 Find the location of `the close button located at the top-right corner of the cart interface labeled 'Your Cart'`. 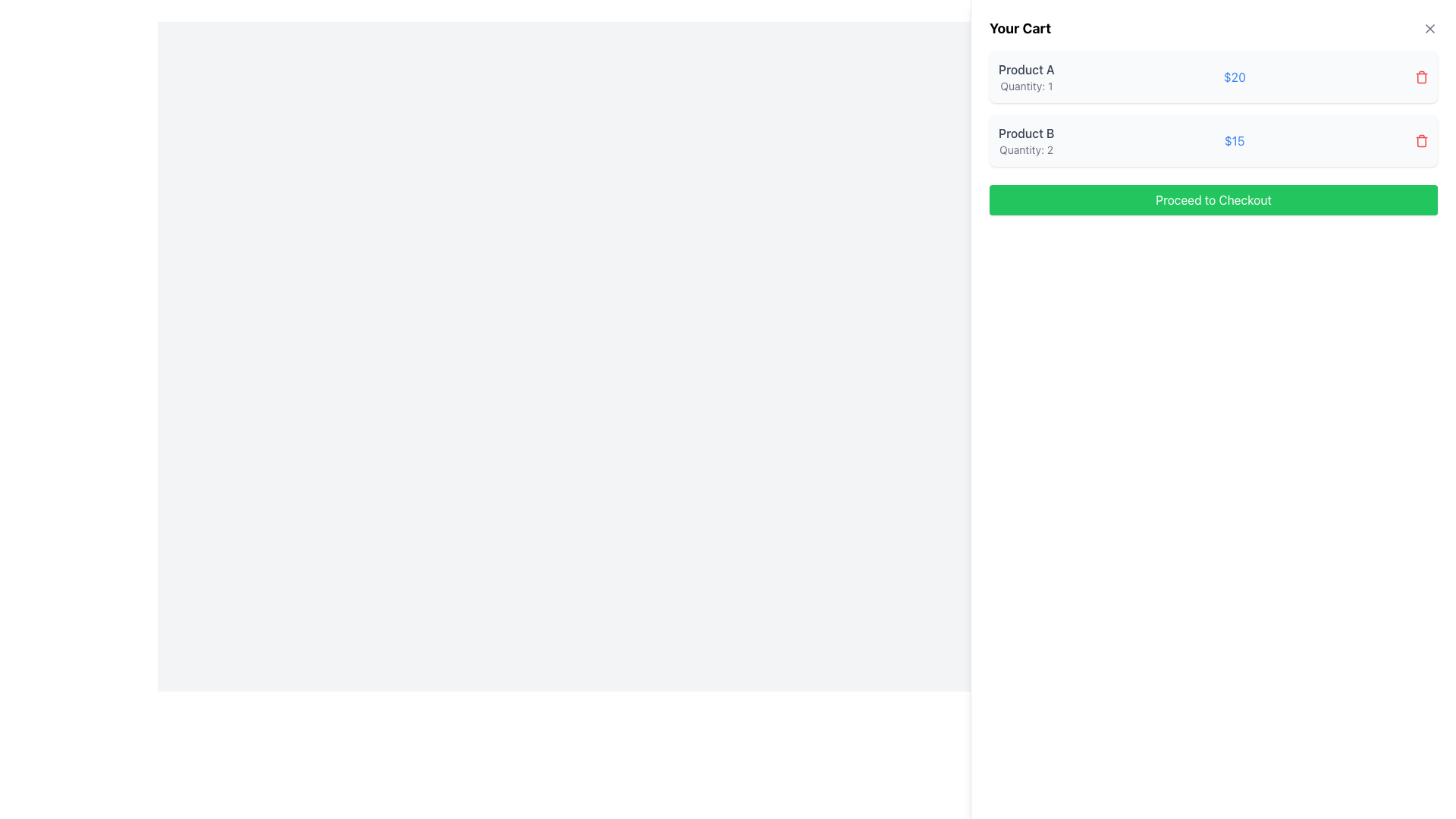

the close button located at the top-right corner of the cart interface labeled 'Your Cart' is located at coordinates (1429, 29).